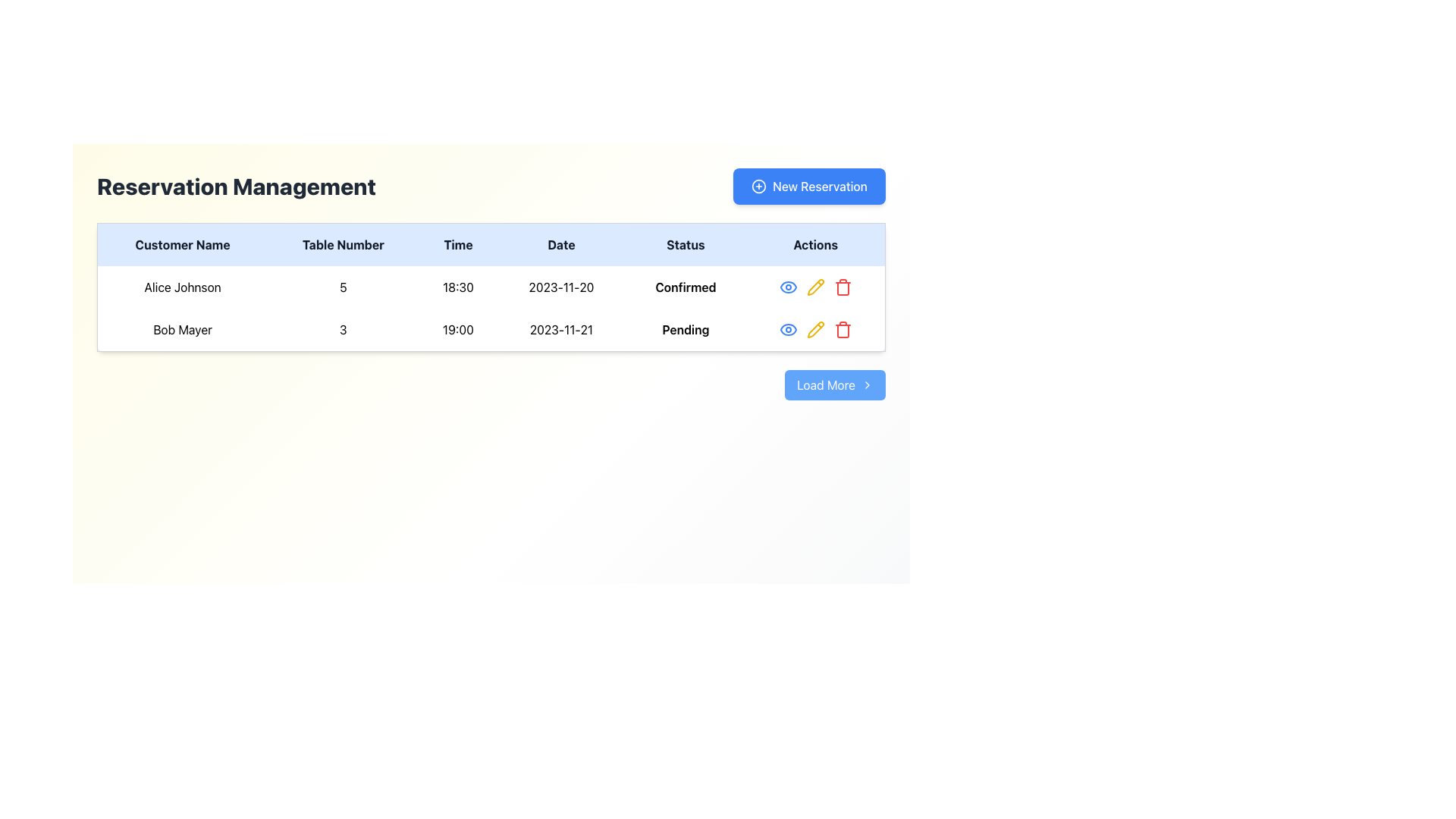  What do you see at coordinates (457, 287) in the screenshot?
I see `the static text label displaying the reservation time in the 'Reservation Management' table, located in the third column of the first data row` at bounding box center [457, 287].